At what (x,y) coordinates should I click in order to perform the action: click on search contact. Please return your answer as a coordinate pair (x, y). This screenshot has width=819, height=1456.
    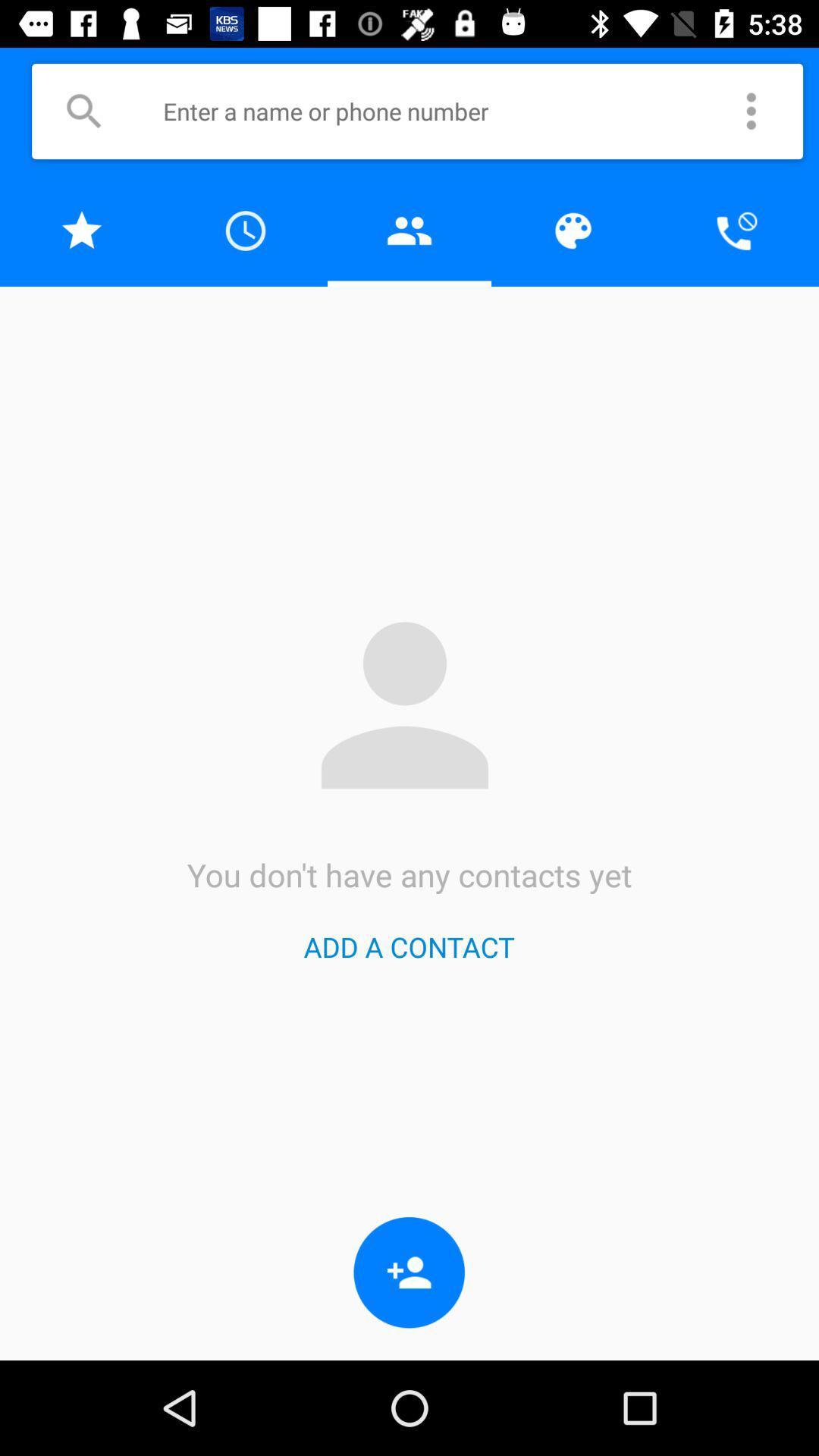
    Looking at the image, I should click on (439, 110).